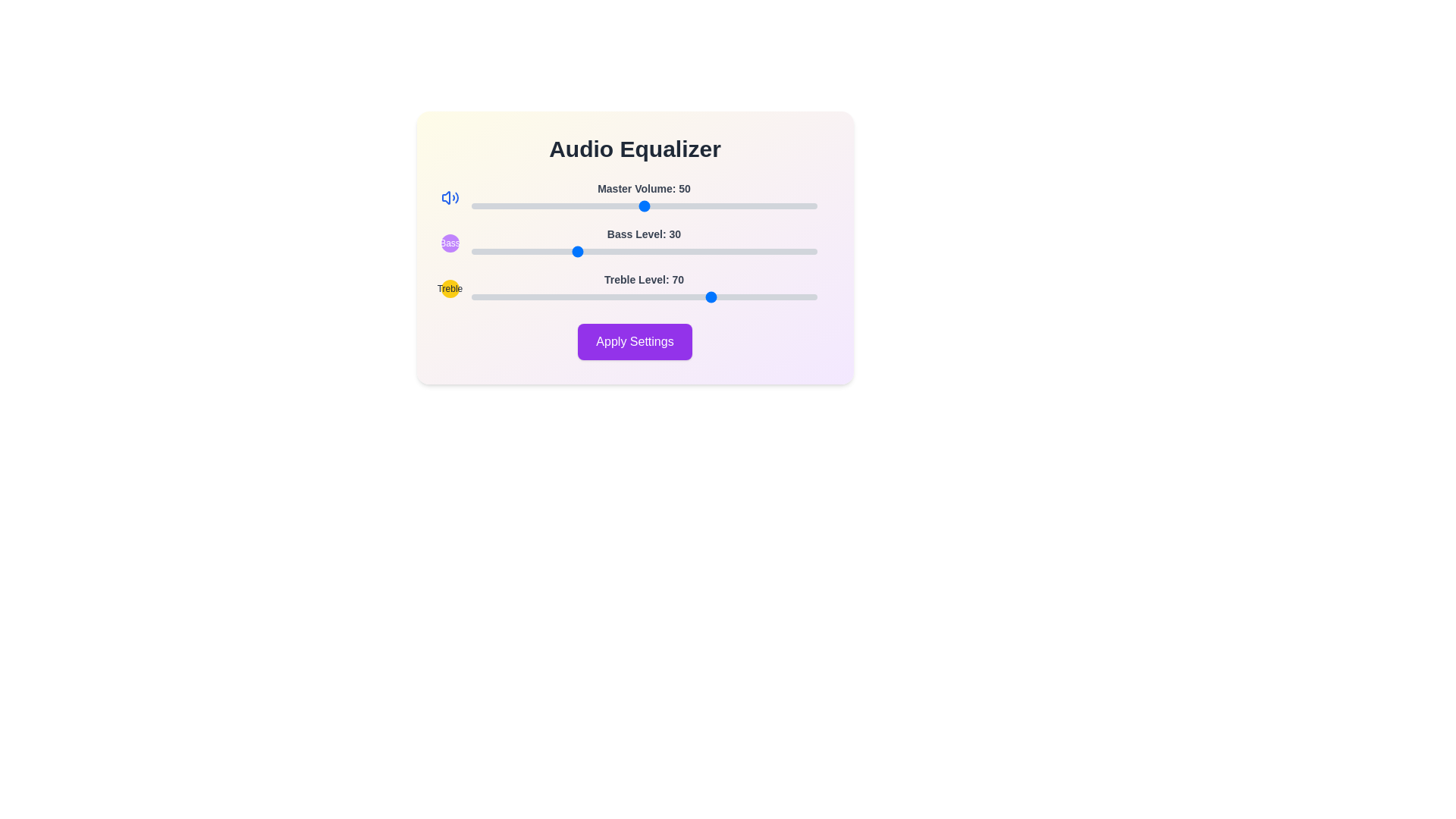 Image resolution: width=1456 pixels, height=819 pixels. I want to click on bass level, so click(470, 250).